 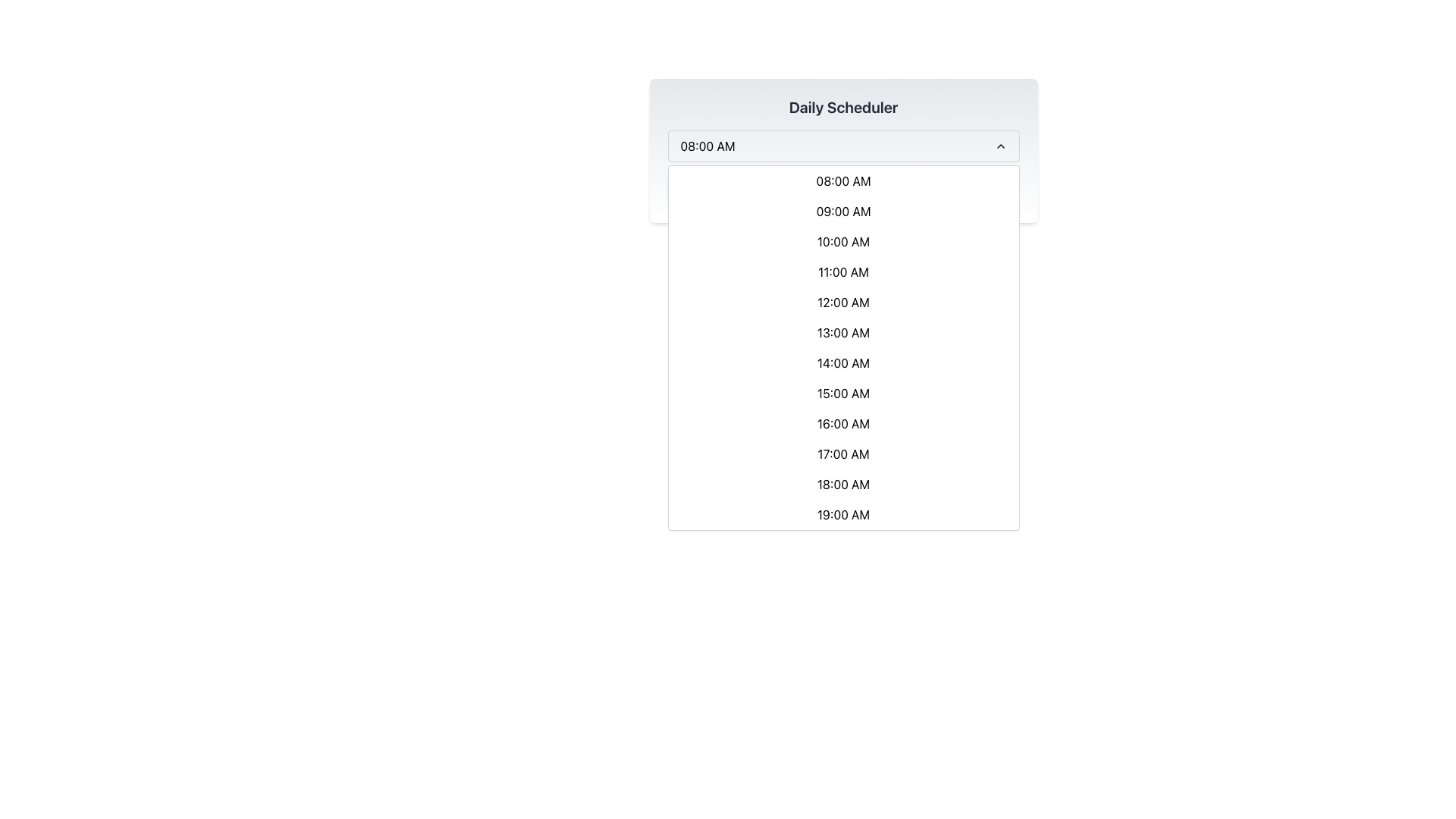 What do you see at coordinates (843, 241) in the screenshot?
I see `the List Item element displaying '10:00 AM'` at bounding box center [843, 241].